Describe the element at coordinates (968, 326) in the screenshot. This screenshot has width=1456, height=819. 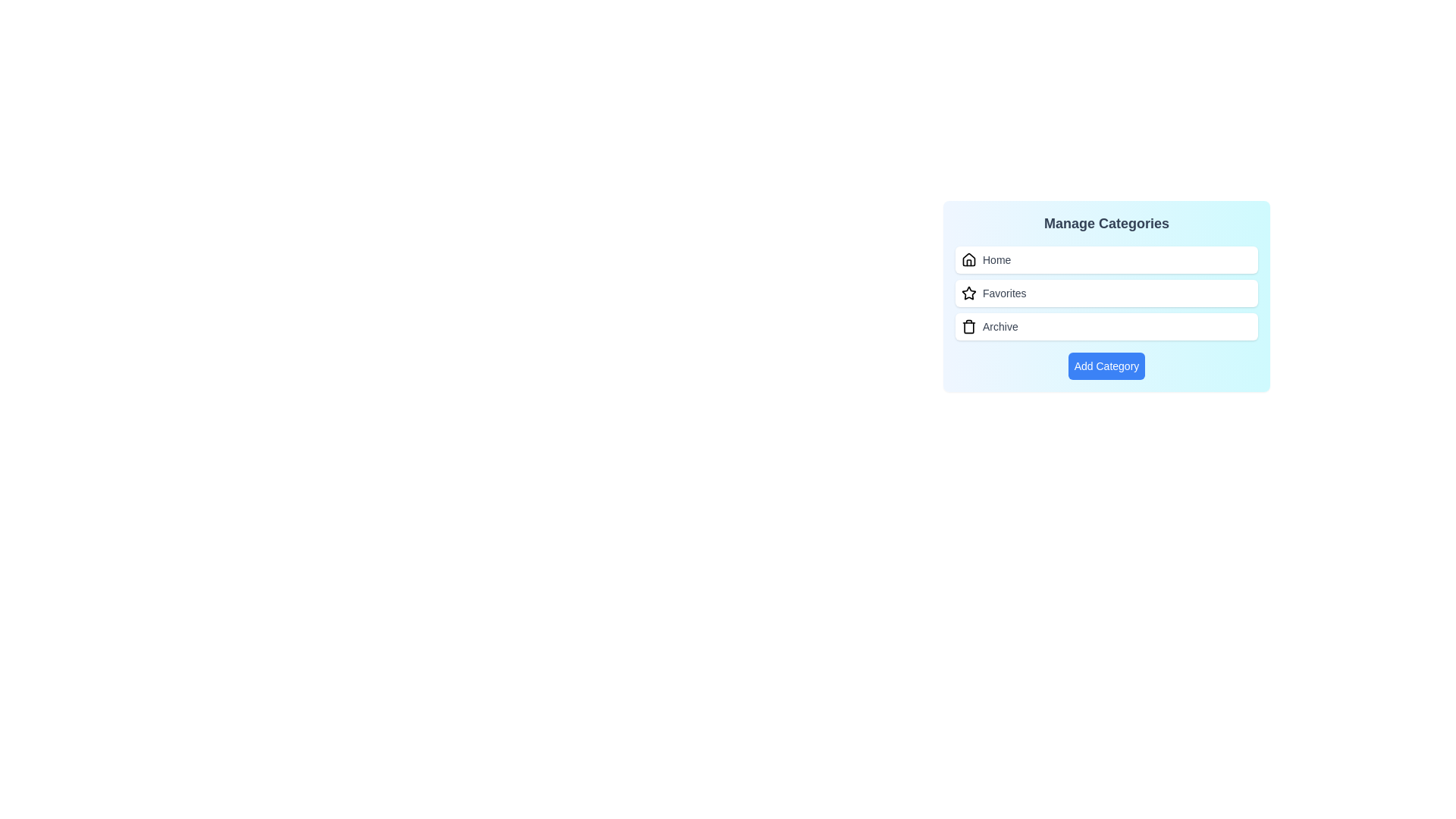
I see `the category icon corresponding to Archive` at that location.